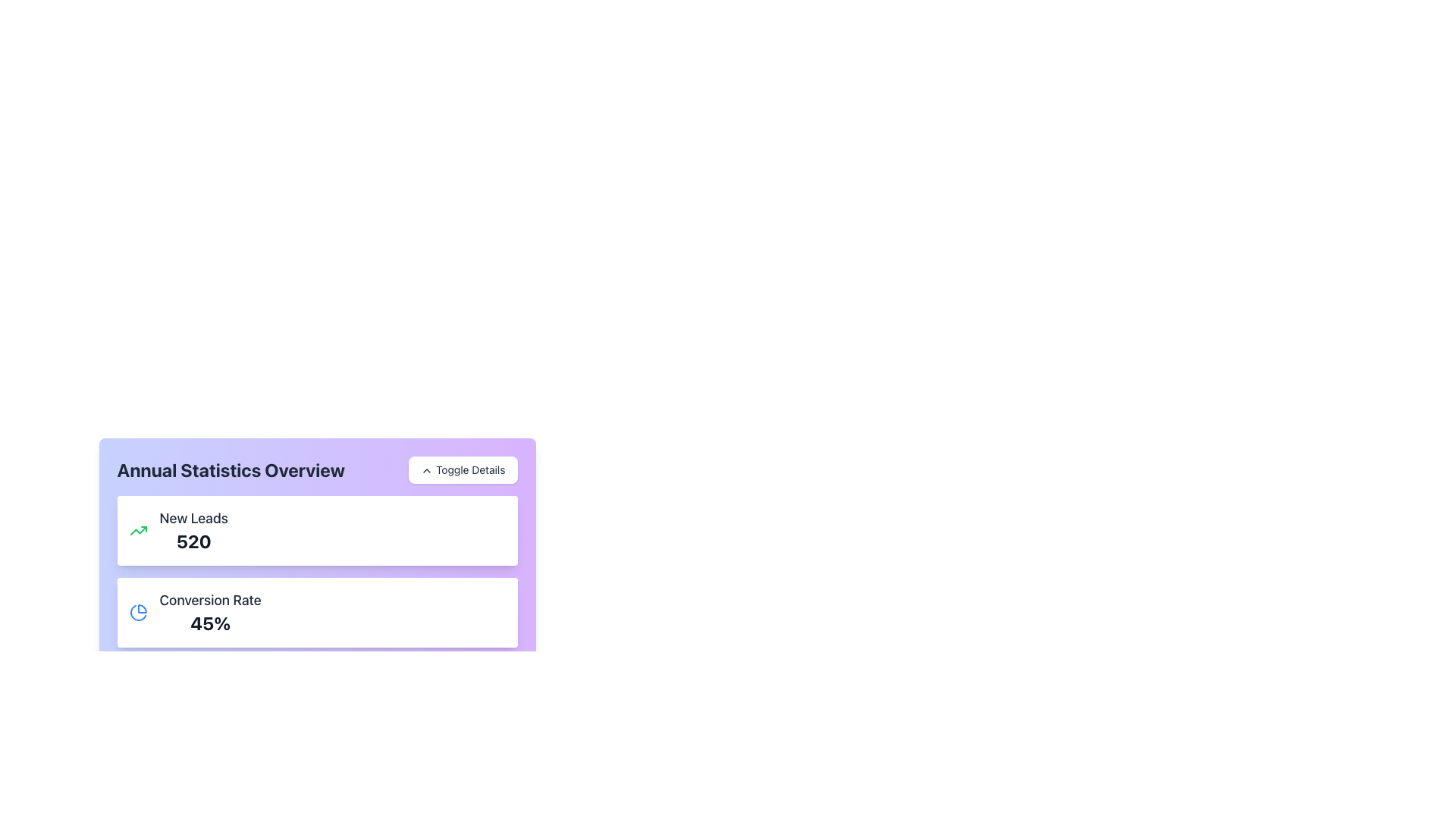  I want to click on the Text Display element showing '45%' that is below the 'Conversion Rate' label and to the right of a blue pie chart icon, so click(209, 611).